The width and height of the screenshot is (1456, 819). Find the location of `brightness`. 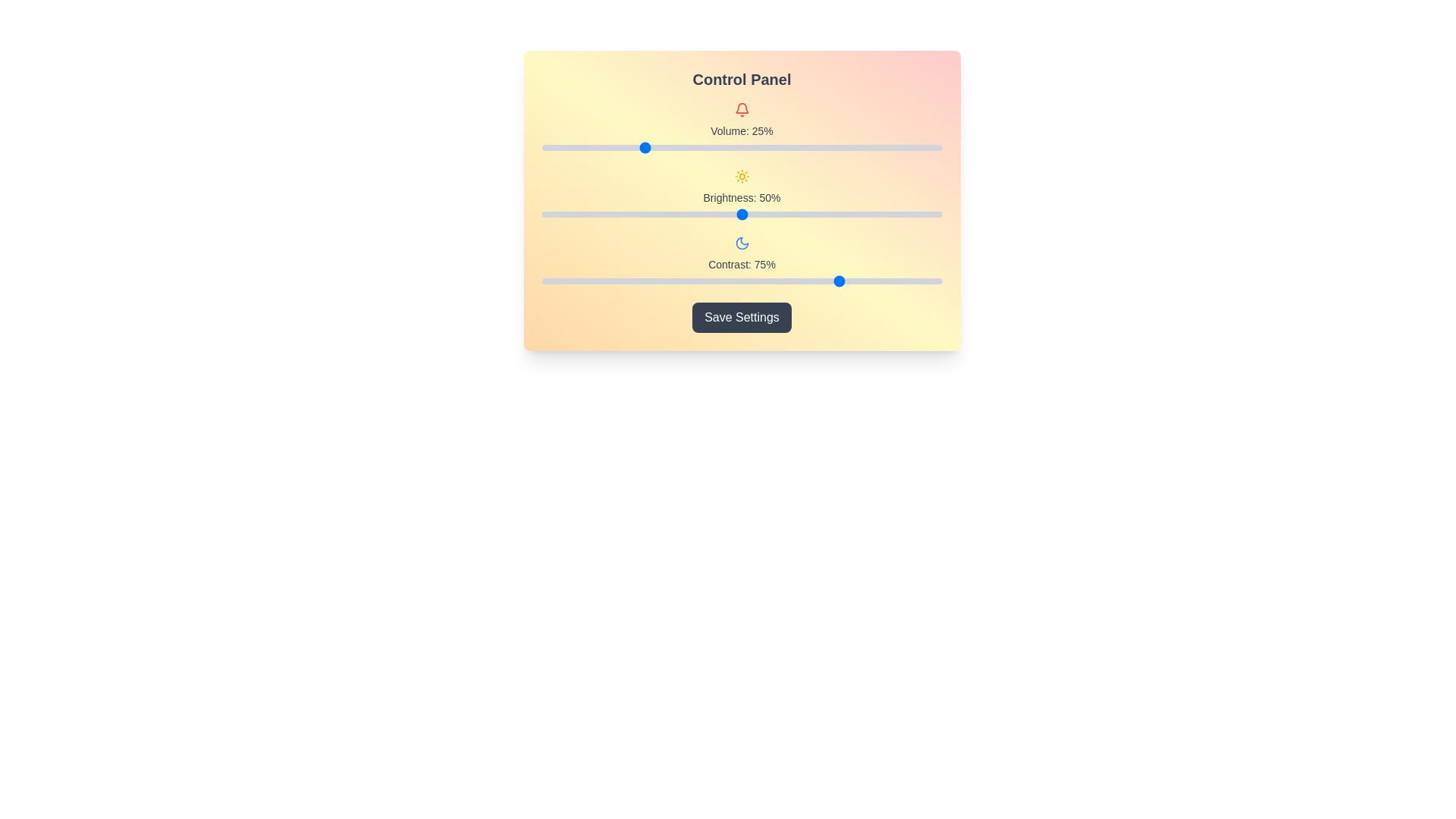

brightness is located at coordinates (669, 214).